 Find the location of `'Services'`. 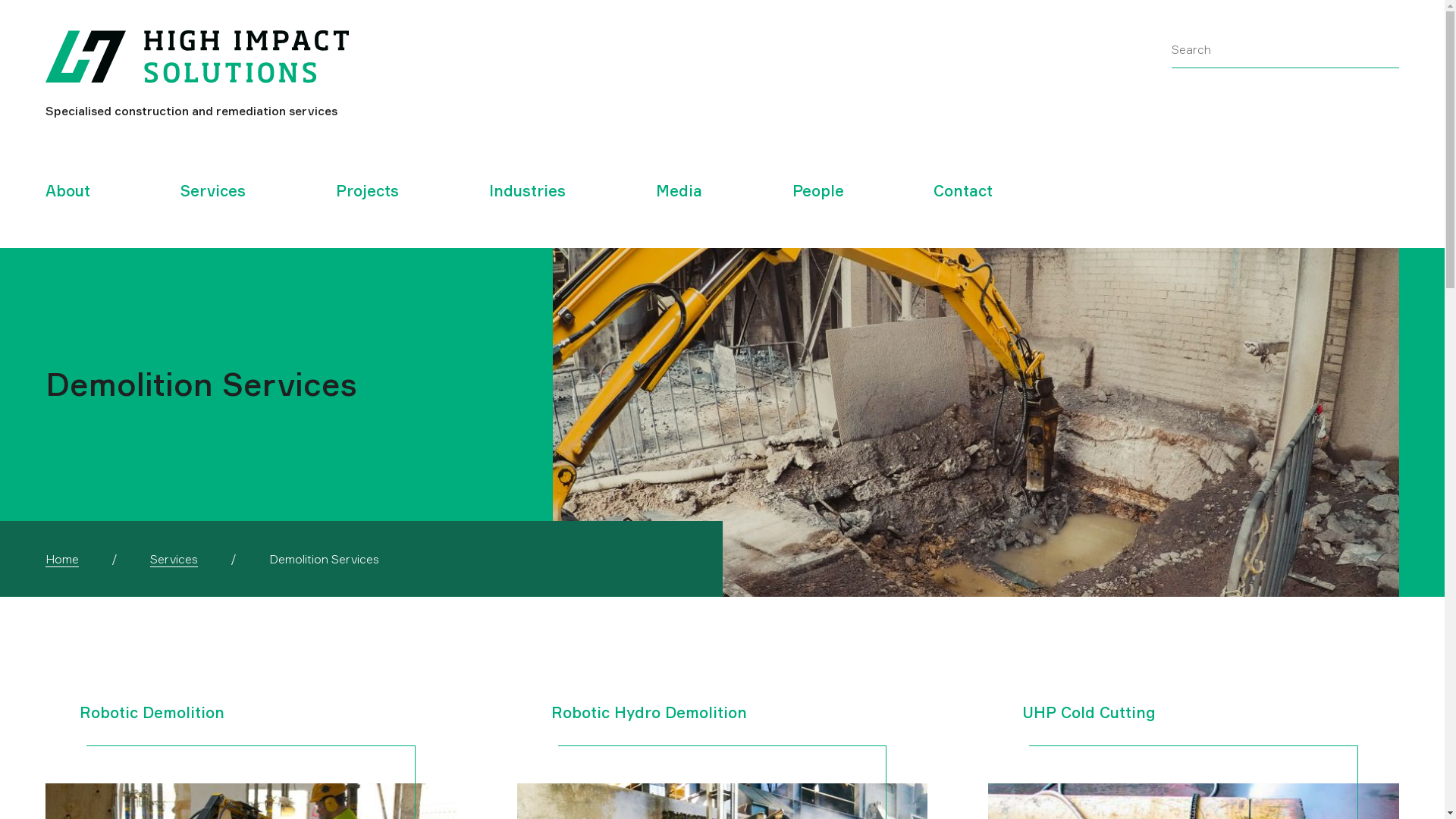

'Services' is located at coordinates (212, 190).